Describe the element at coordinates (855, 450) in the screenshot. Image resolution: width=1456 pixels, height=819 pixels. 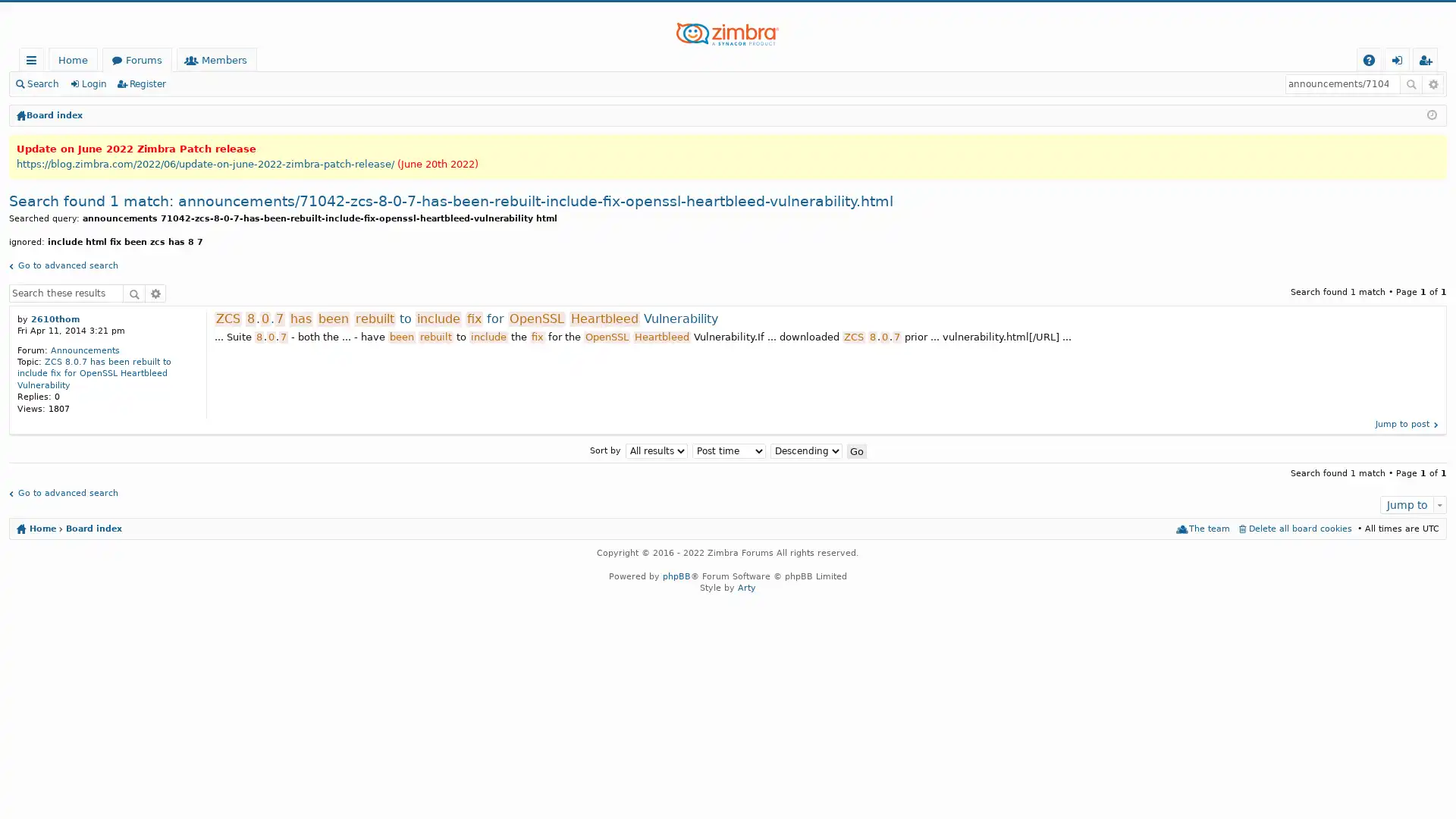
I see `Go` at that location.